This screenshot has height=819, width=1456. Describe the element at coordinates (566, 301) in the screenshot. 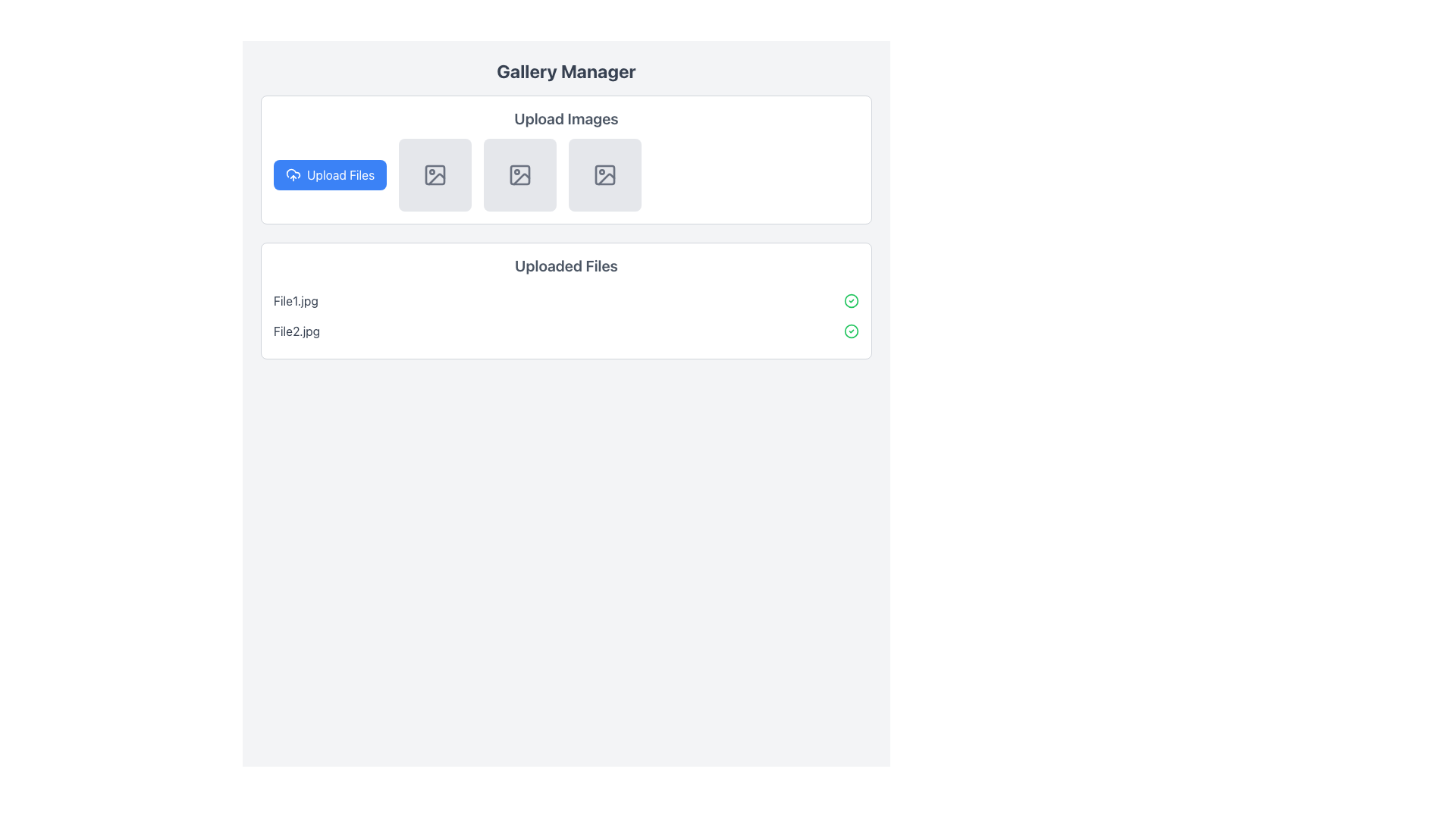

I see `the first list item displaying 'File1.jpg'` at that location.